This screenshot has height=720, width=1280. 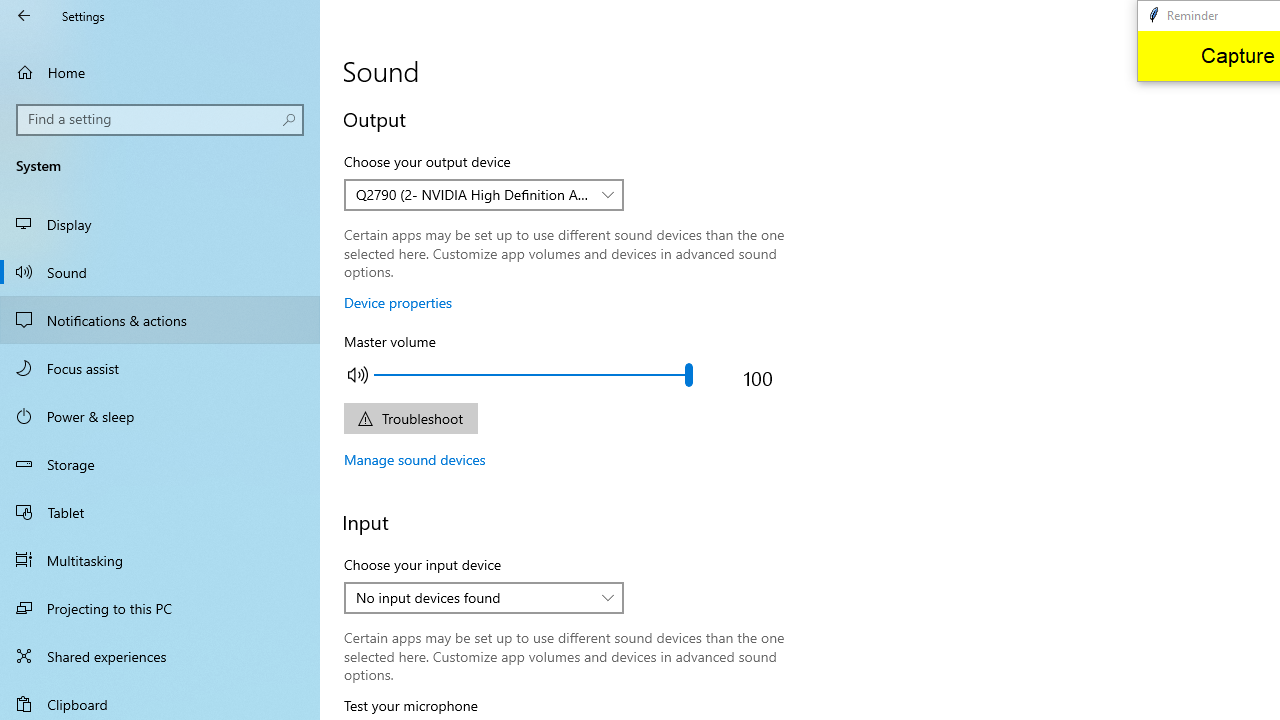 What do you see at coordinates (160, 319) in the screenshot?
I see `'Notifications & actions'` at bounding box center [160, 319].